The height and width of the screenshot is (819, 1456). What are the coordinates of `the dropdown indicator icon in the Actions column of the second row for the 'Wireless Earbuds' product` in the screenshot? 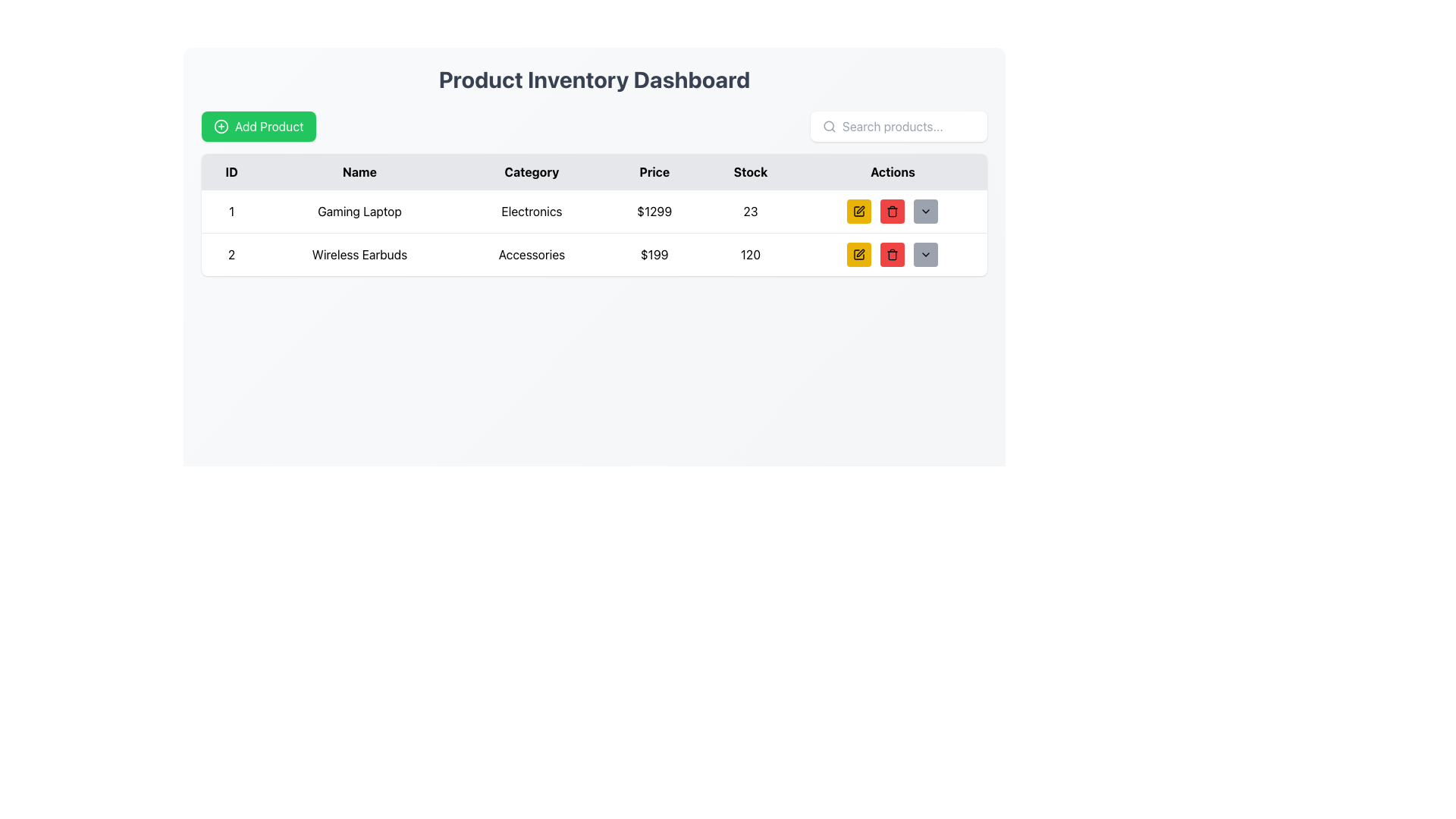 It's located at (925, 253).